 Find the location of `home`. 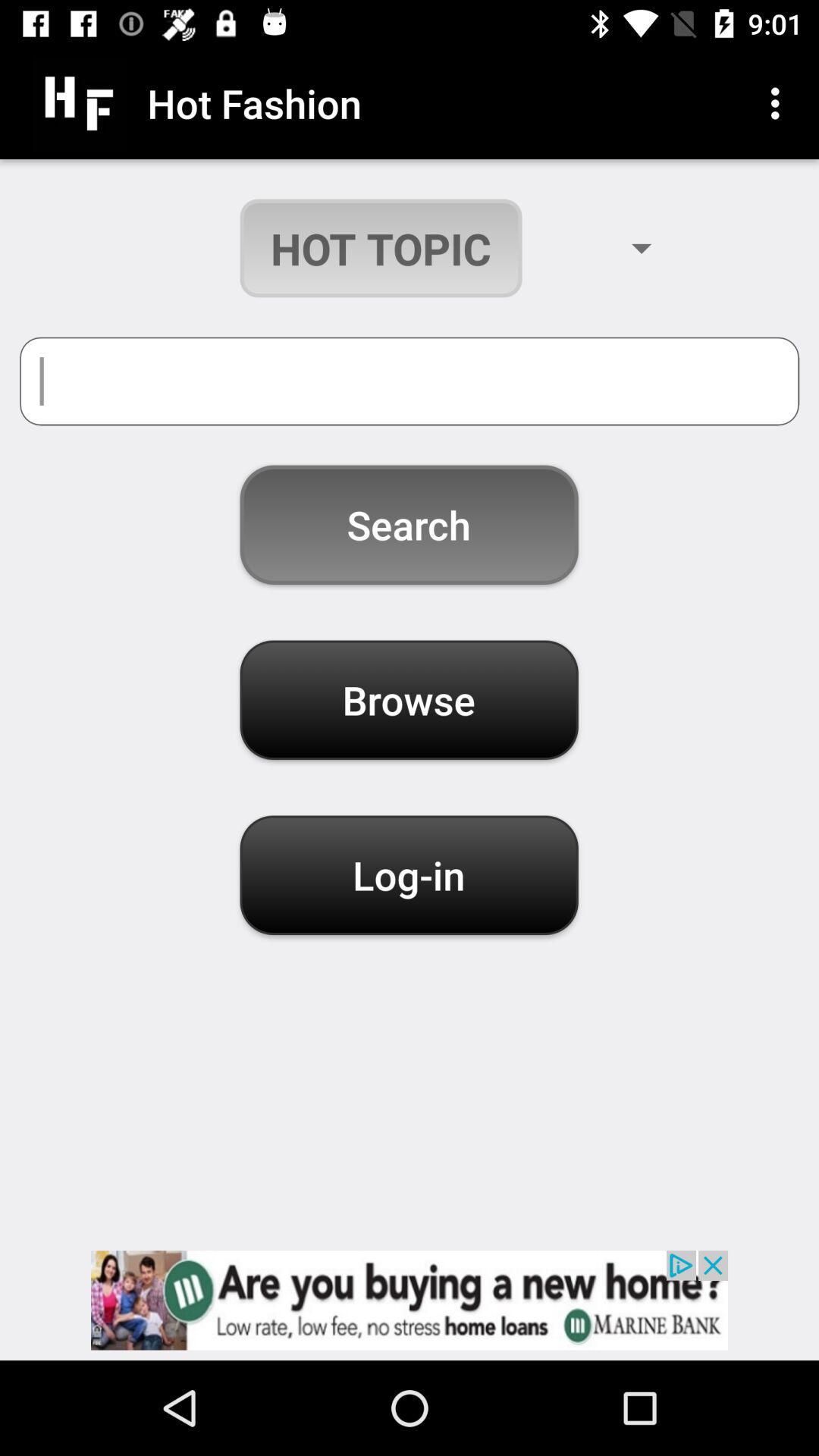

home is located at coordinates (409, 1299).